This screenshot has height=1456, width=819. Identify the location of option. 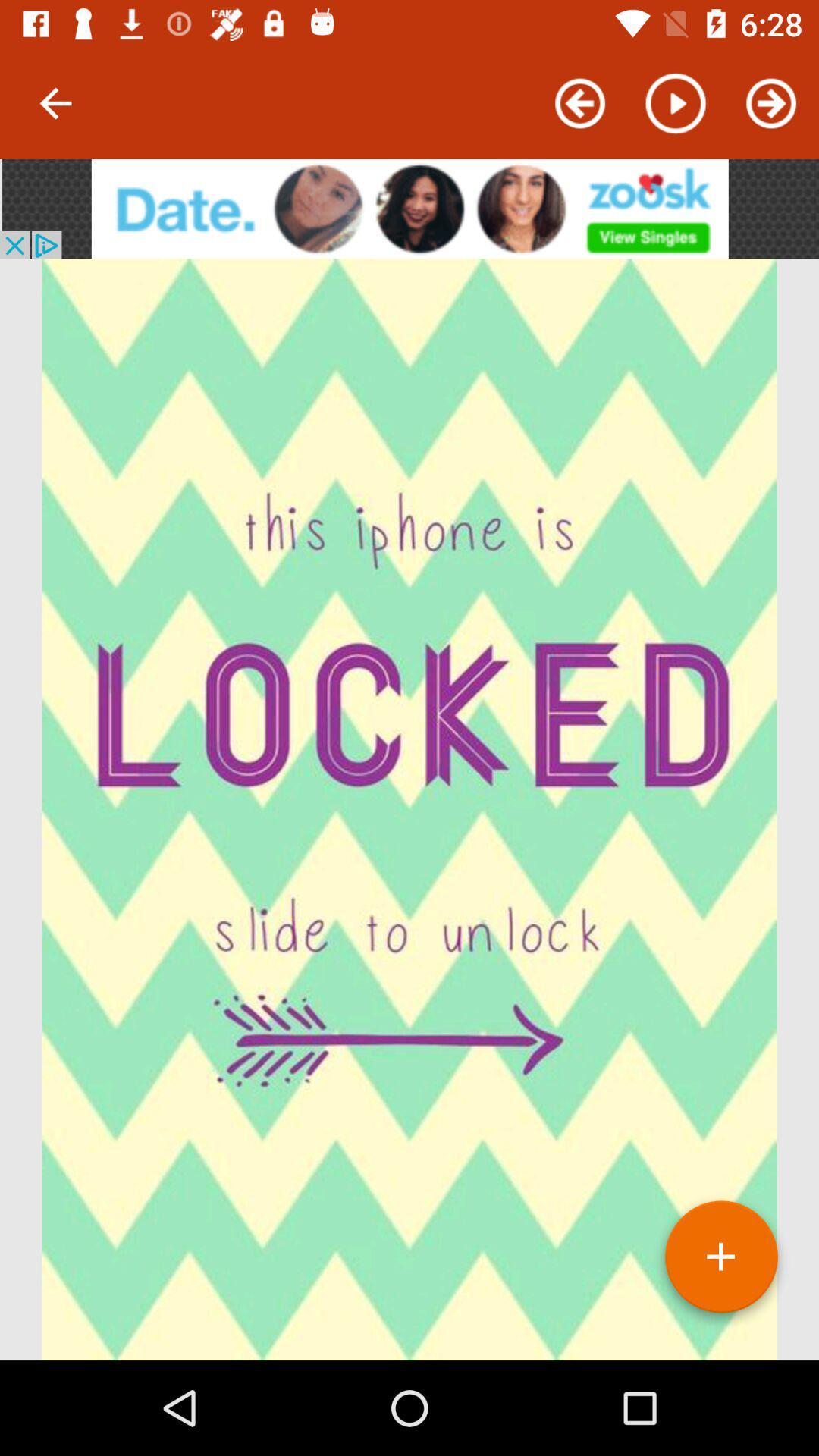
(720, 1263).